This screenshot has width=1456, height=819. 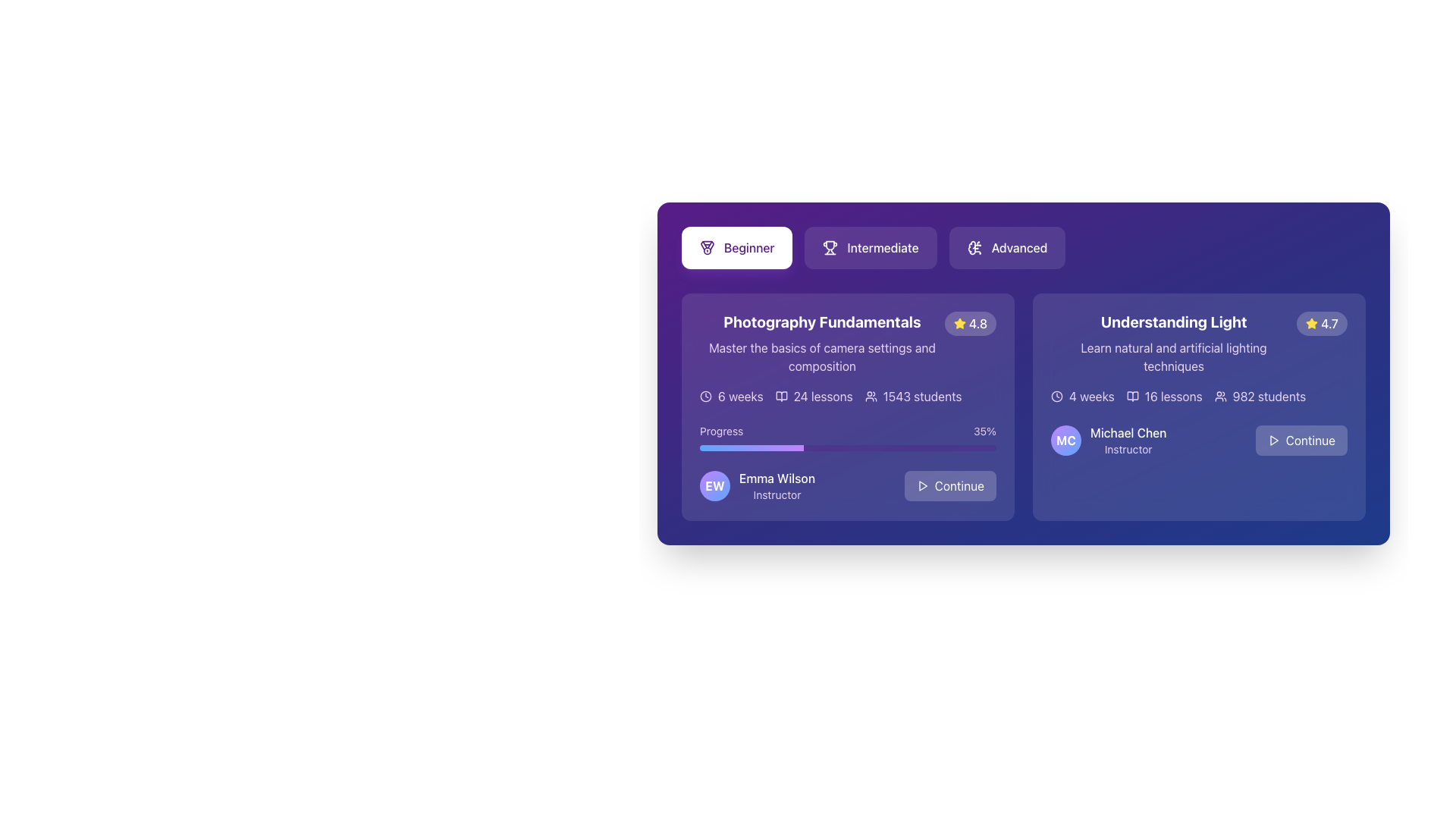 I want to click on the icon representing lessons located in the bottom-left corner of the purple card labeled 'Photography Fundamentals', aligned left to the text '24 lessons', so click(x=781, y=396).